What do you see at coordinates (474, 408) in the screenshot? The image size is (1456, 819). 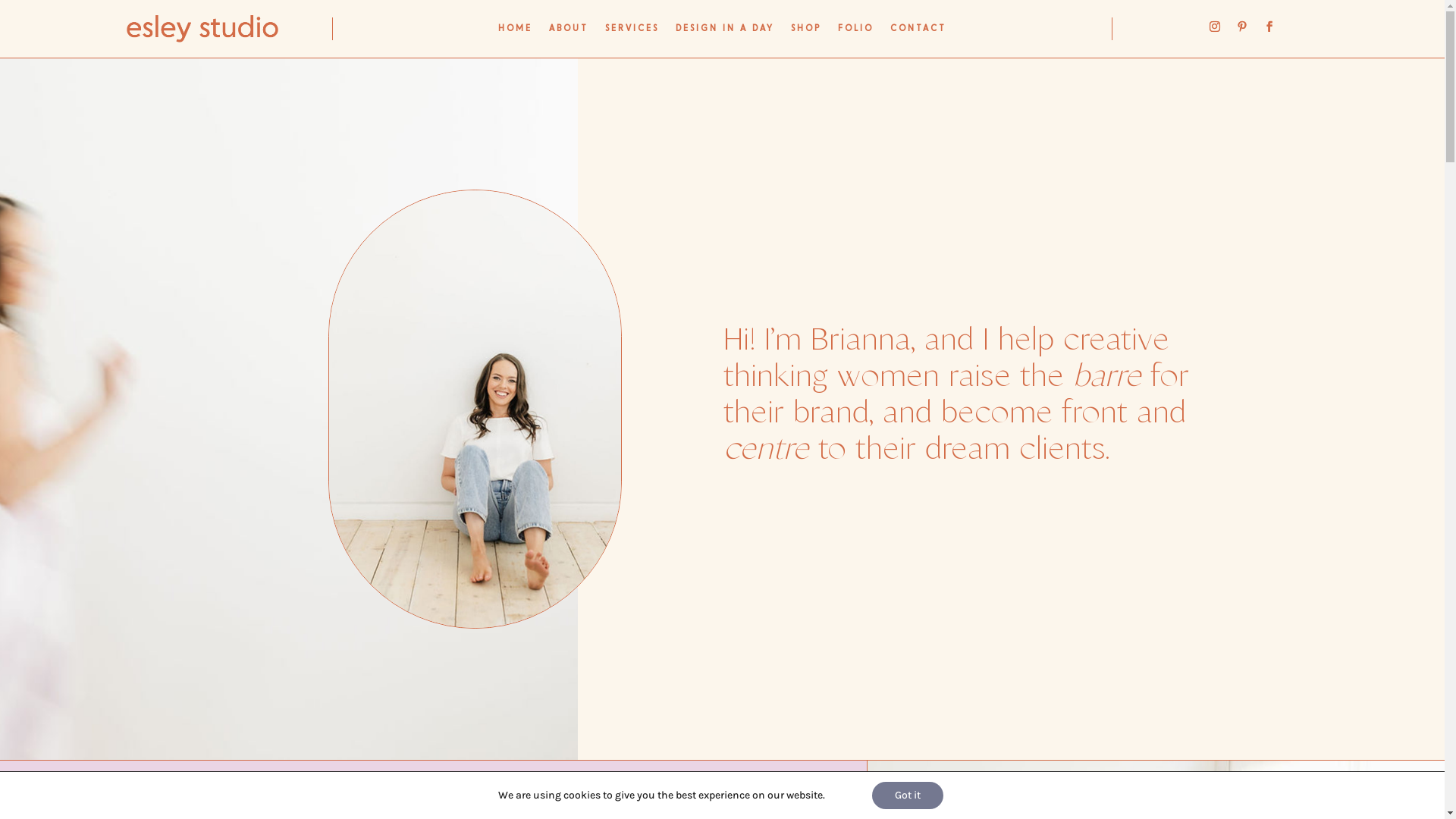 I see `'about-esley-studio'` at bounding box center [474, 408].